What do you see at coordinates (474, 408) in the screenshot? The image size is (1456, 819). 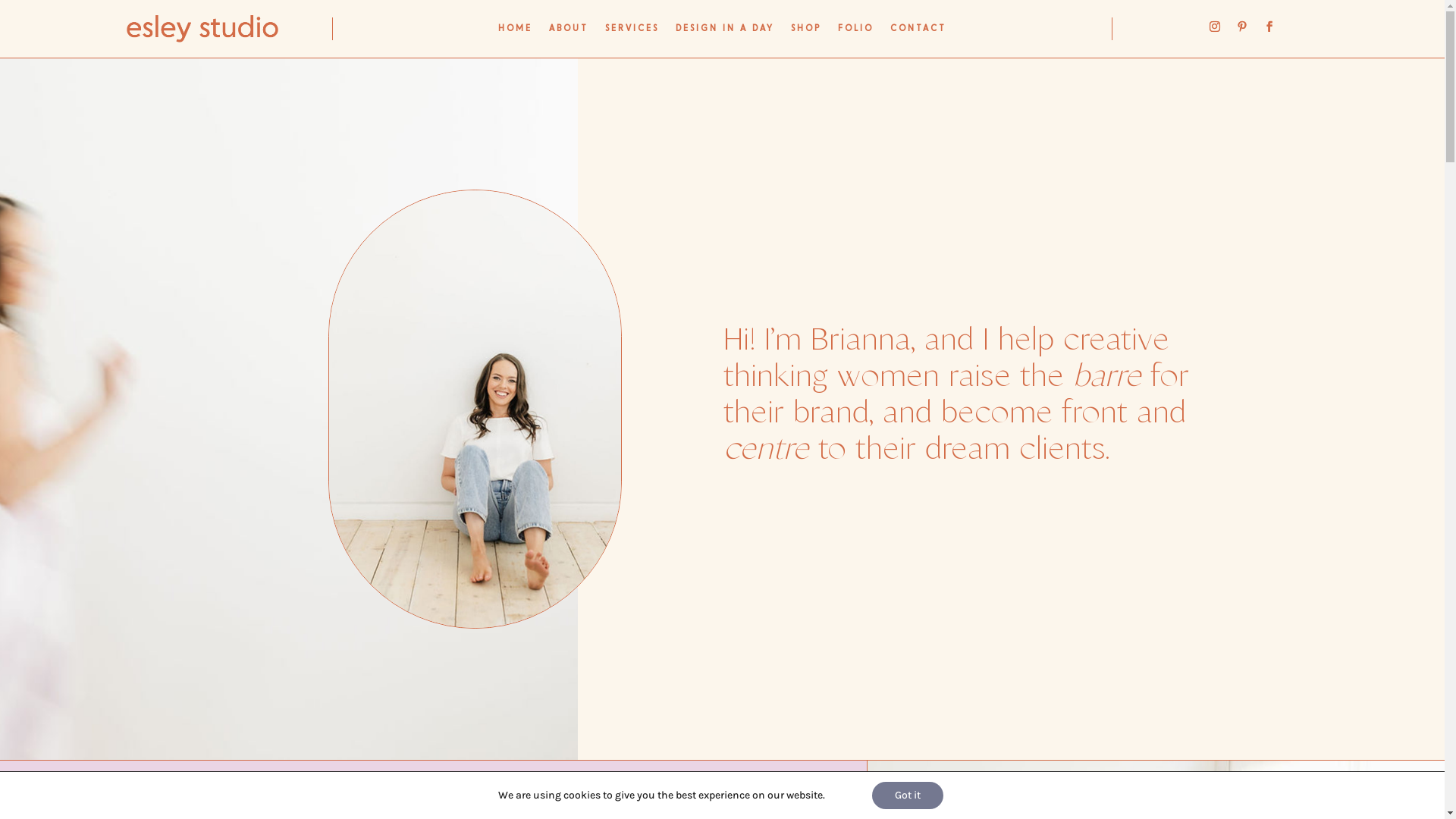 I see `'about-esley-studio'` at bounding box center [474, 408].